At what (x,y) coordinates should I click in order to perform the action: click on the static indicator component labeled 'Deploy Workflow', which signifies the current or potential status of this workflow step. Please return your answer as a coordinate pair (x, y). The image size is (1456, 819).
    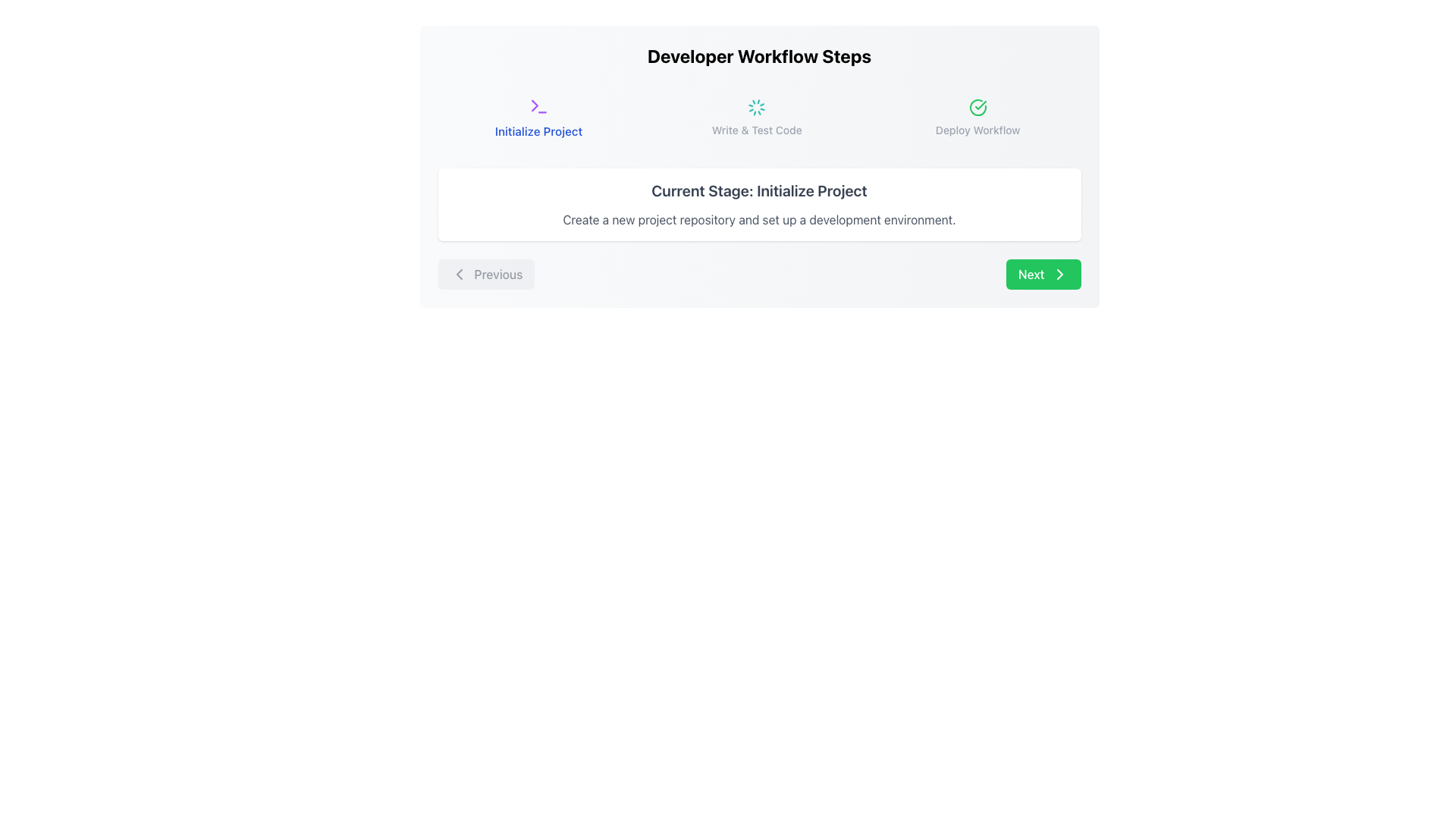
    Looking at the image, I should click on (977, 117).